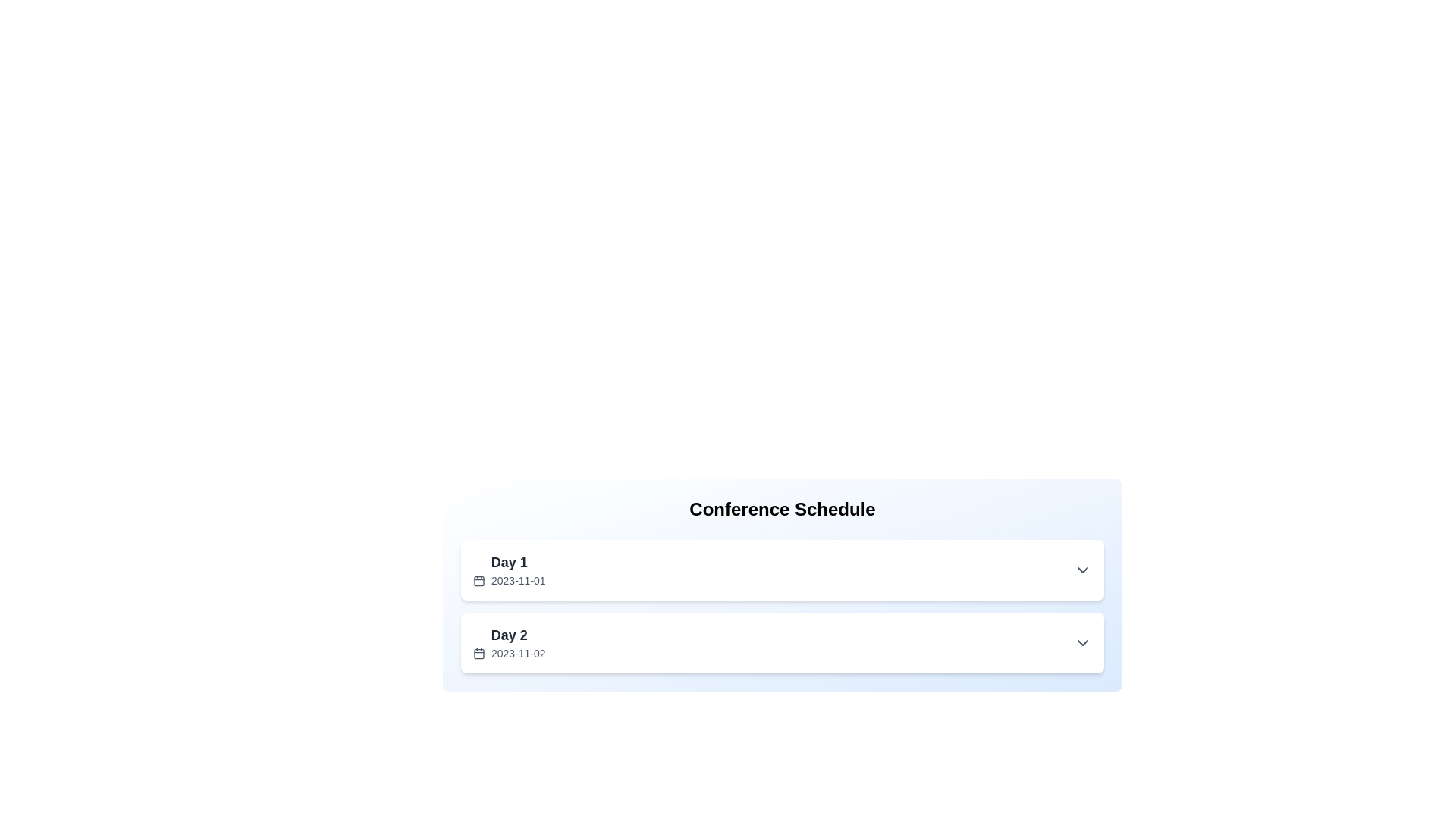 This screenshot has width=1456, height=819. Describe the element at coordinates (479, 652) in the screenshot. I see `the calendar icon, which is a minimalistic, outlined design located to the left of the date text '2023-11-02' in the second row of a schedule list` at that location.